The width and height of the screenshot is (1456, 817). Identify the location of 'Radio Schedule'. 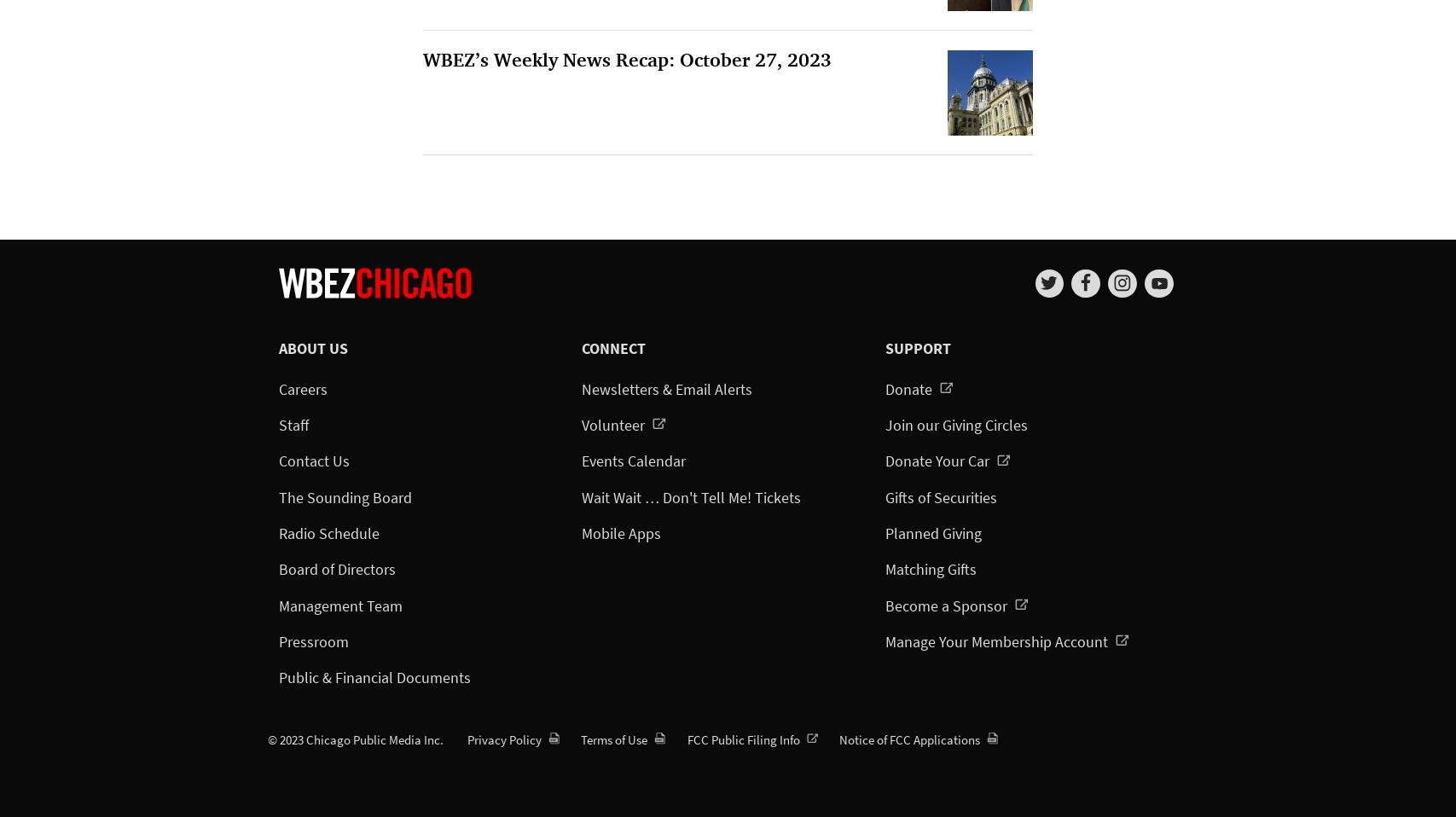
(328, 532).